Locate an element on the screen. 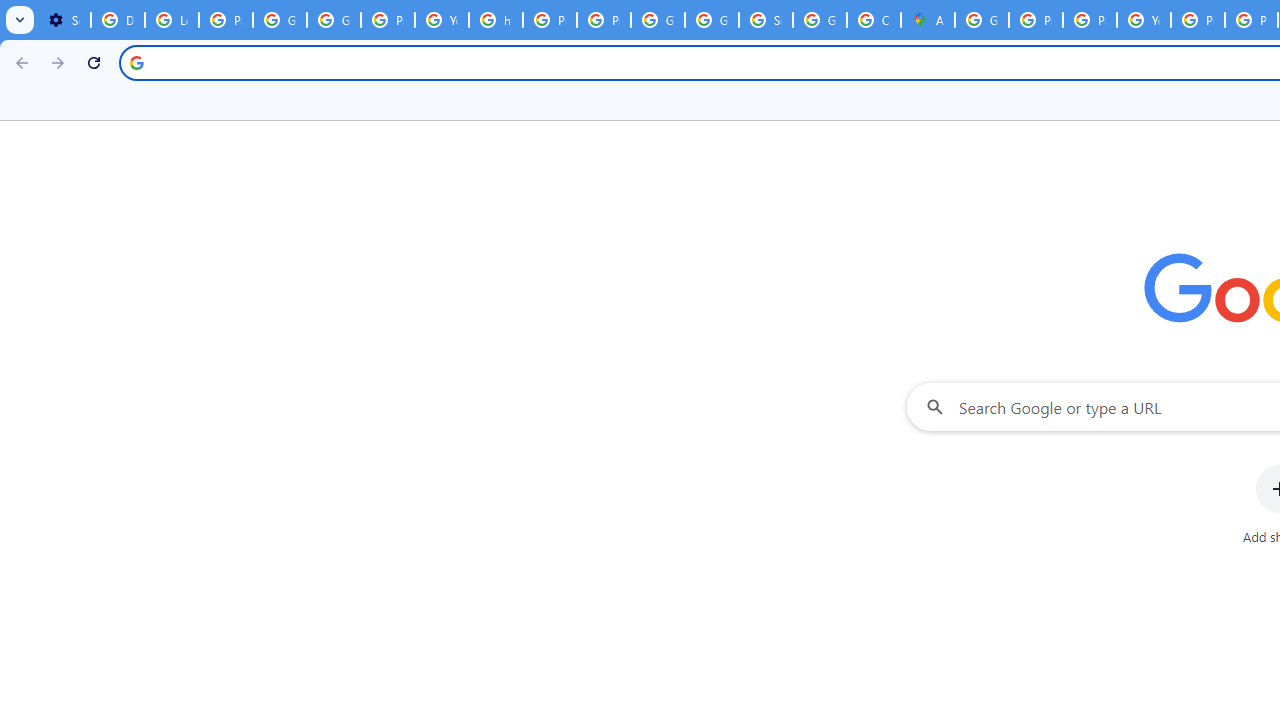 Image resolution: width=1280 pixels, height=720 pixels. 'https://scholar.google.com/' is located at coordinates (496, 20).